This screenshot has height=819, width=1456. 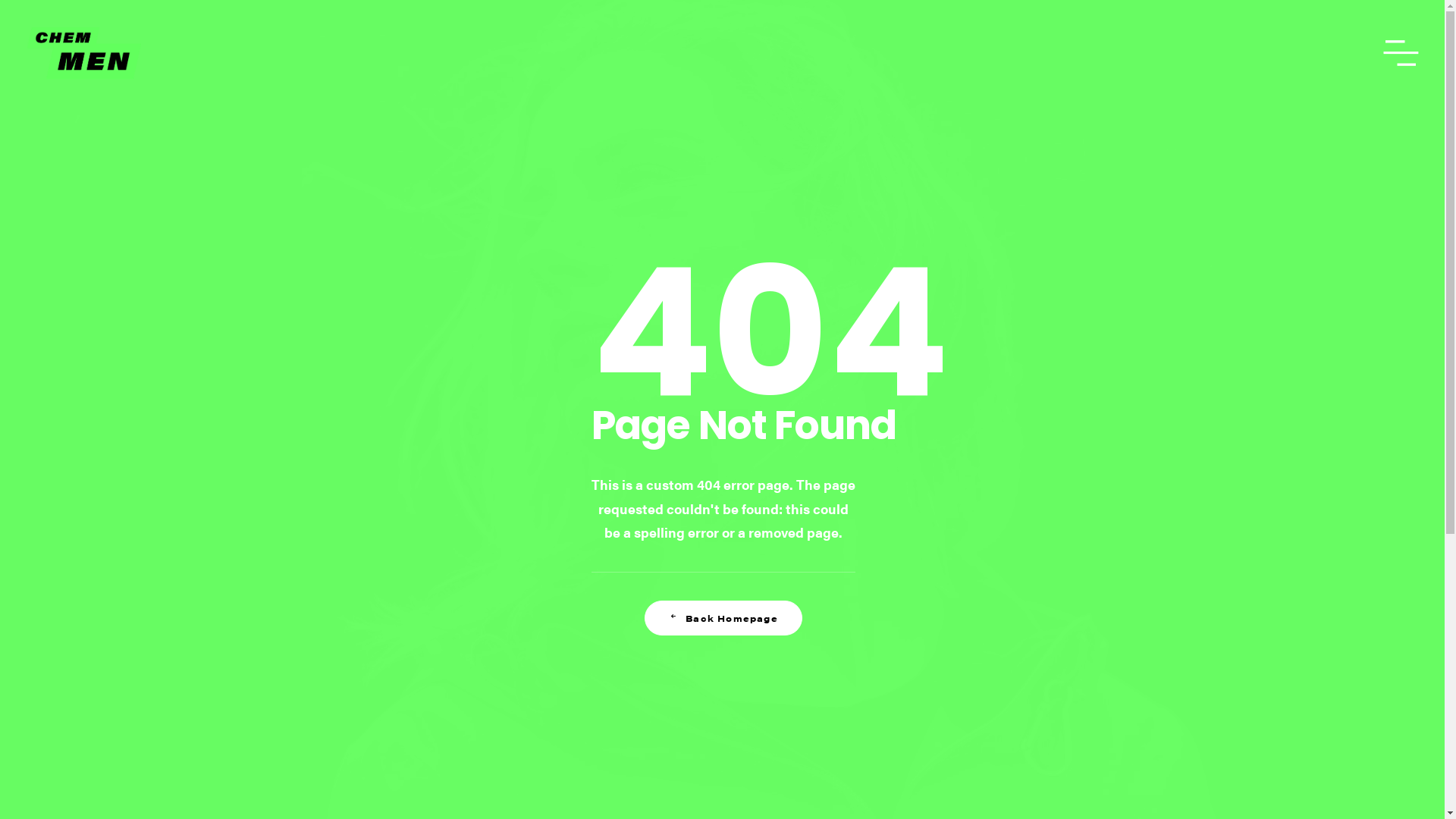 I want to click on 'home', so click(x=83, y=52).